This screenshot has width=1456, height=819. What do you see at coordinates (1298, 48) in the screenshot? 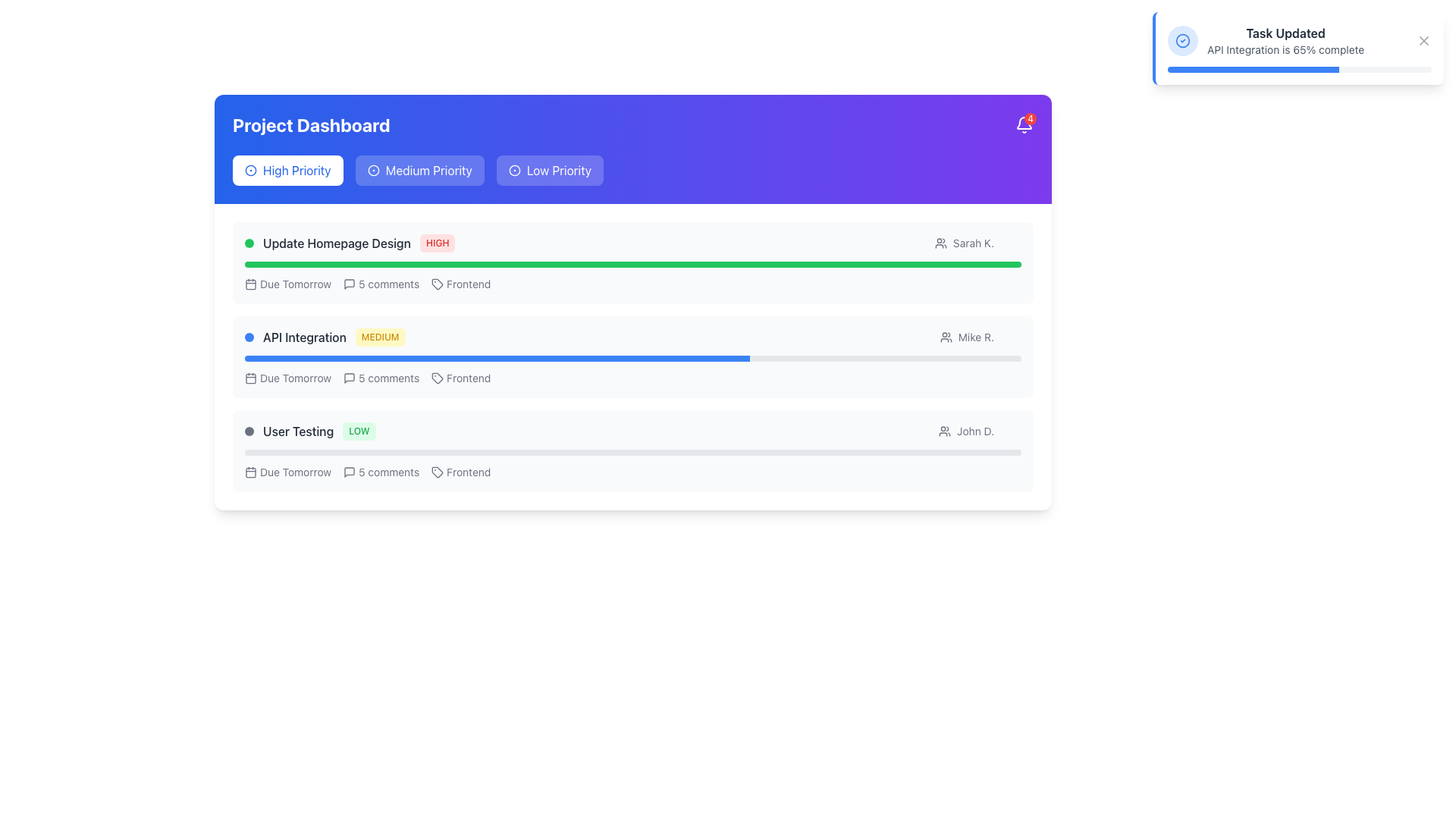
I see `the Notification card that displays 'Task Updated' with a blue checkmark icon and a progress bar in the top-right corner of the interface` at bounding box center [1298, 48].